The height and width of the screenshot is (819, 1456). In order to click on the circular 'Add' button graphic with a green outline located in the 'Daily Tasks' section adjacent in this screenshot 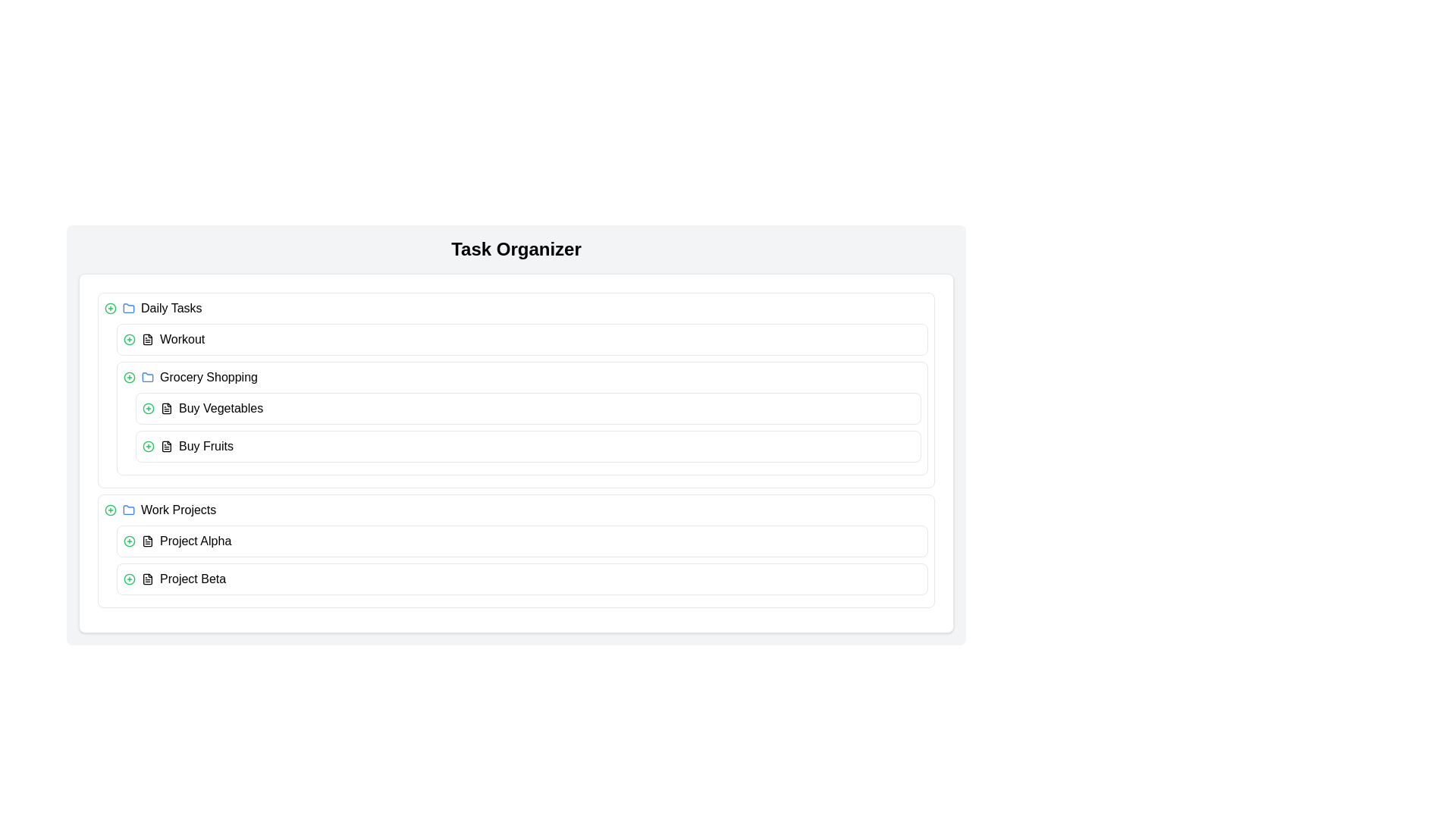, I will do `click(109, 308)`.